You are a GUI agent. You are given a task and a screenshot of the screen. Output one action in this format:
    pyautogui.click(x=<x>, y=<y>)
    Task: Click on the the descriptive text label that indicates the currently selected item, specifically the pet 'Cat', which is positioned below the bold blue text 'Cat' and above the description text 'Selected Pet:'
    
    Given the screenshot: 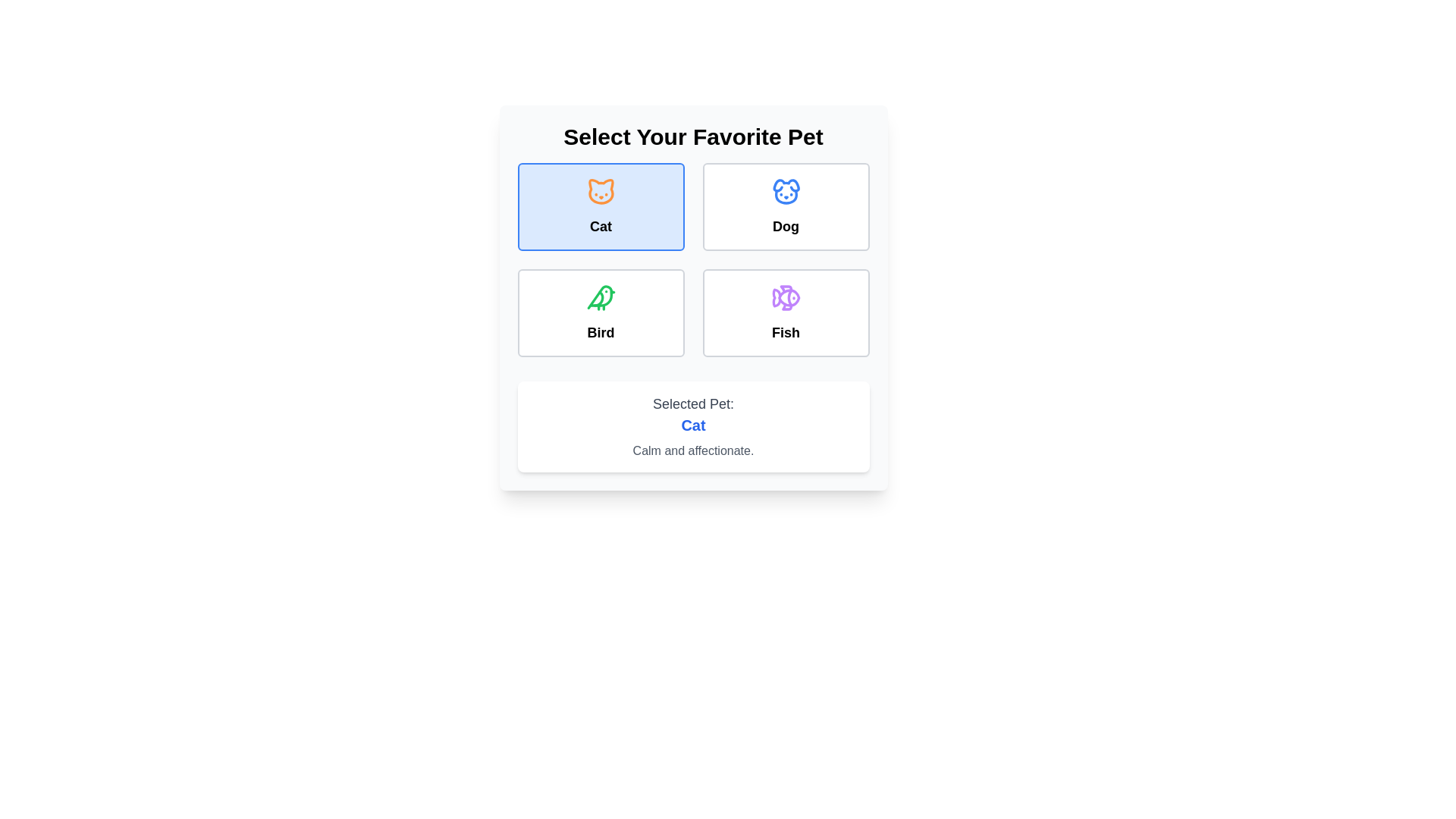 What is the action you would take?
    pyautogui.click(x=692, y=450)
    